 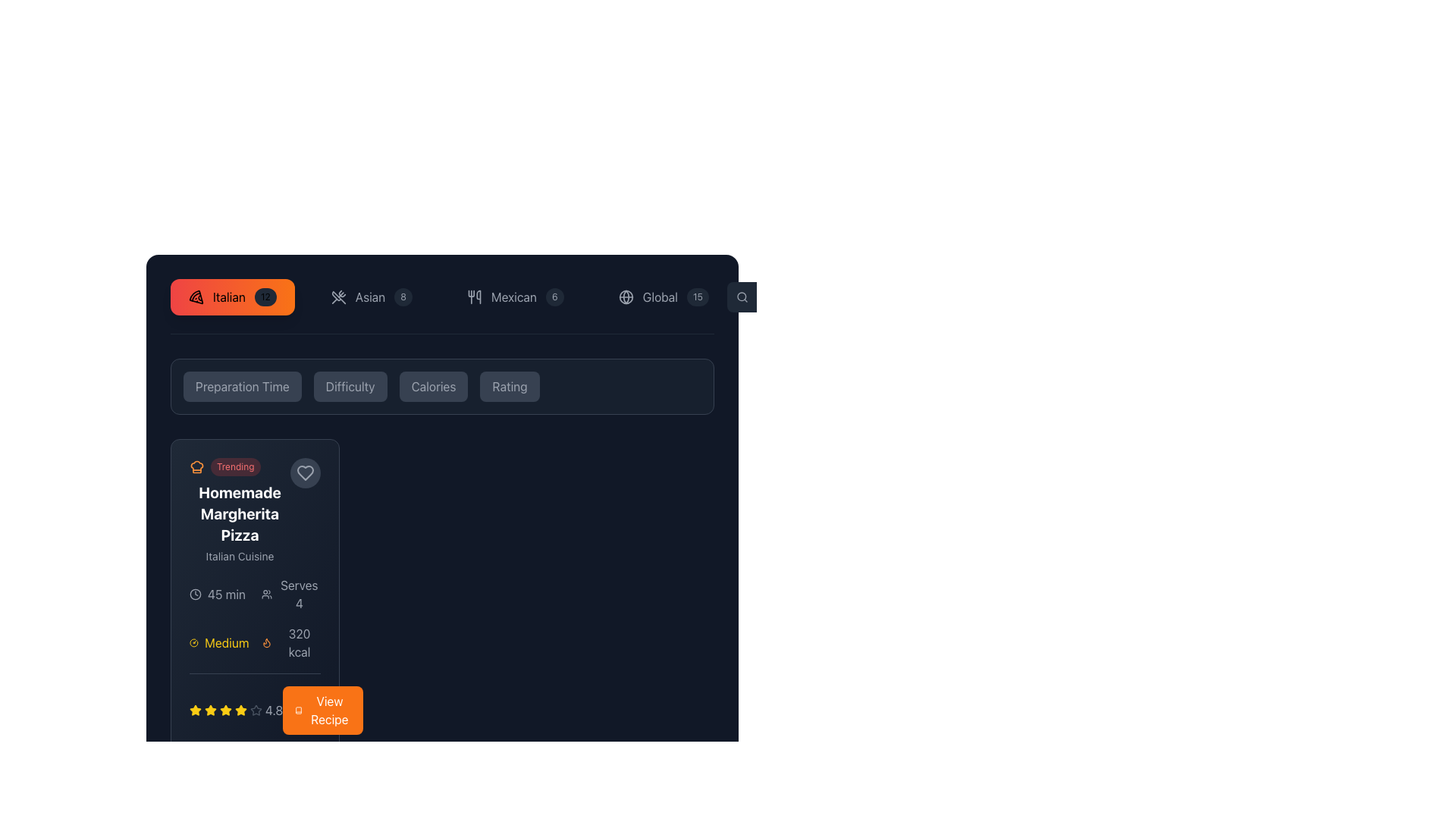 What do you see at coordinates (196, 466) in the screenshot?
I see `the small chef hat icon with an orange outline located beside the 'Trending' label` at bounding box center [196, 466].